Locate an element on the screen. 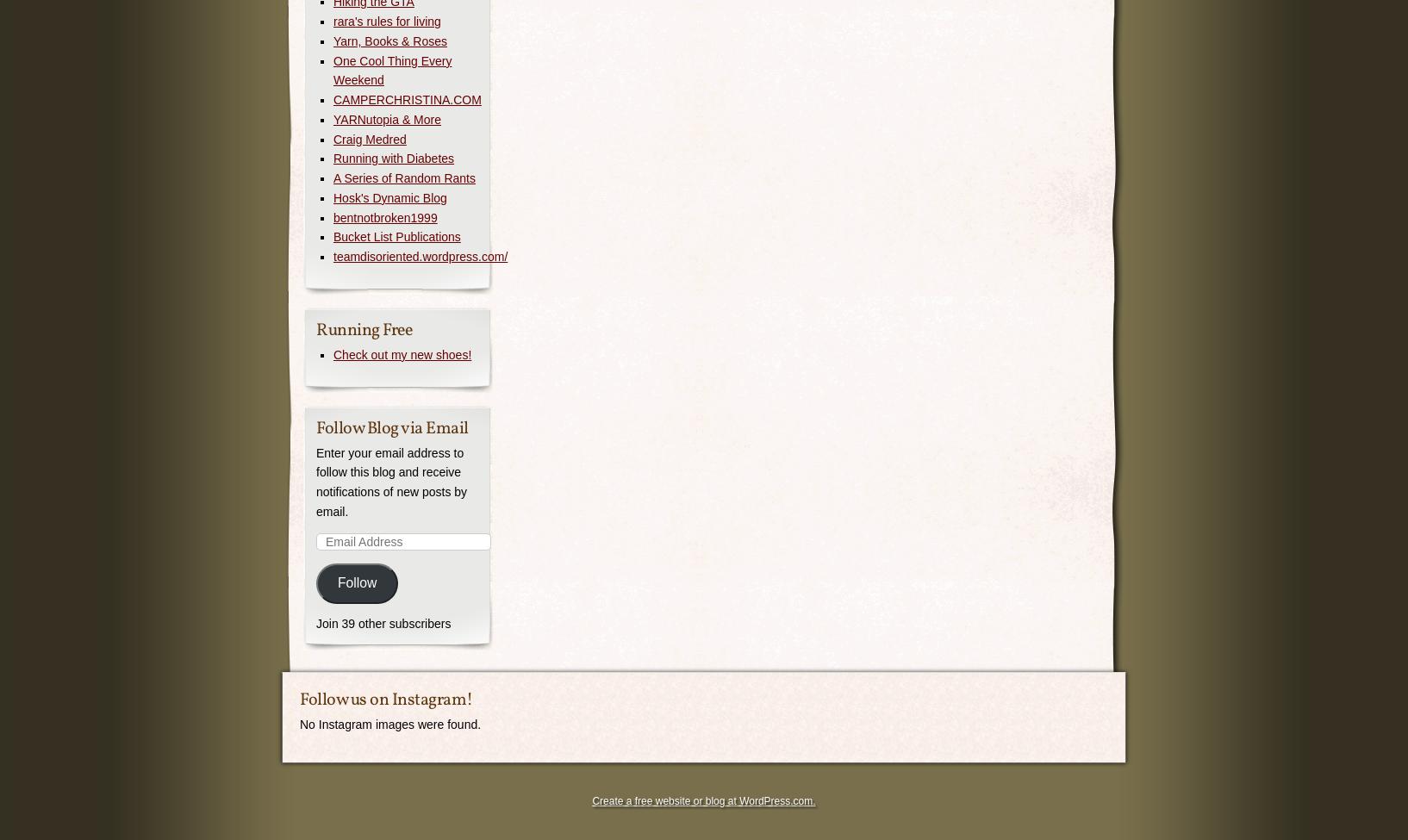 This screenshot has height=840, width=1408. 'Bucket List Publications' is located at coordinates (396, 237).